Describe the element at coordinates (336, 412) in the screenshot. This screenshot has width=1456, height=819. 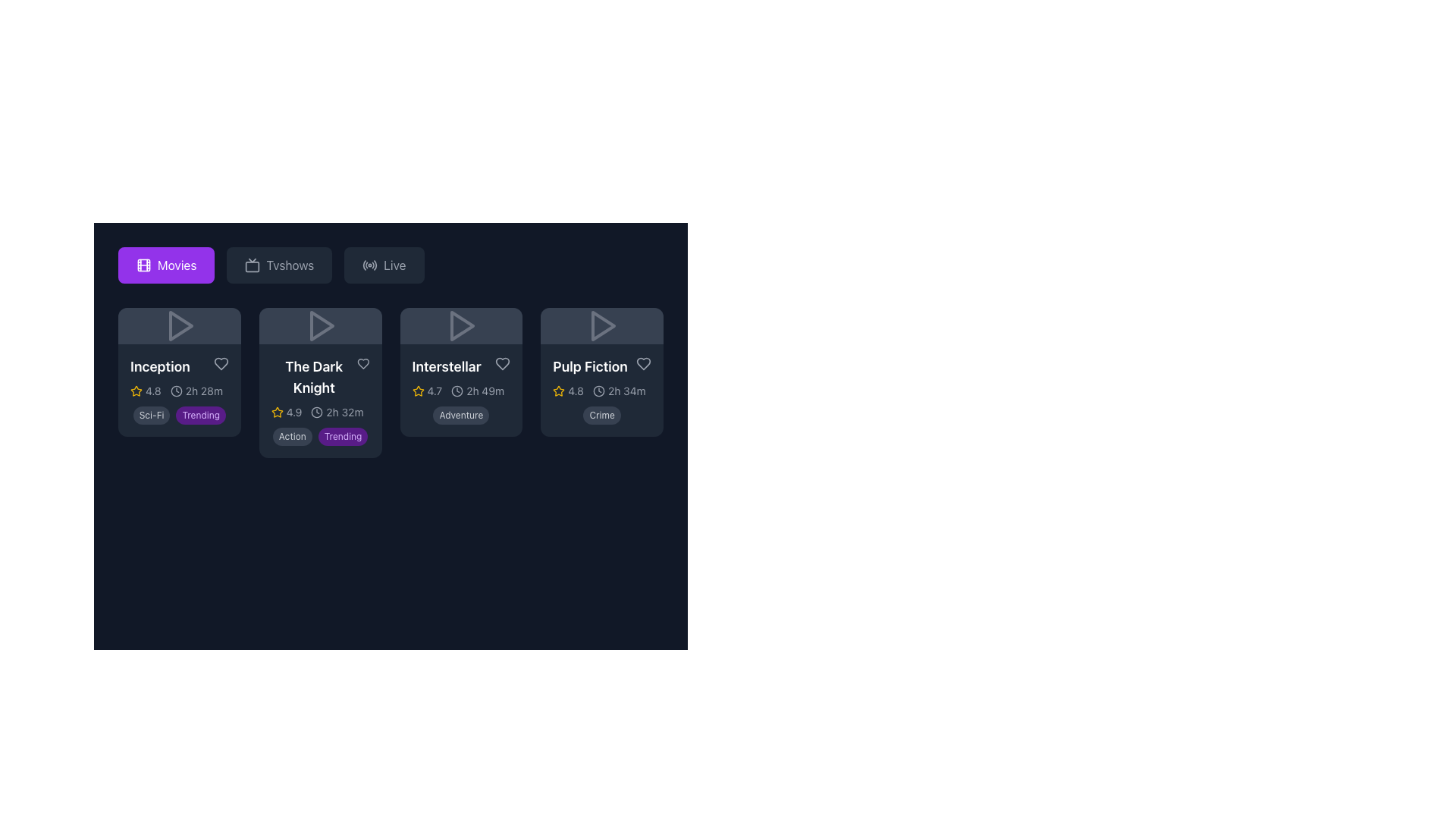
I see `the movie runtime display label for 'The Dark Knight', which is a non-interactive label showing the movie's length in hours and minutes, positioned below the title text and star icon within the movie card details section` at that location.